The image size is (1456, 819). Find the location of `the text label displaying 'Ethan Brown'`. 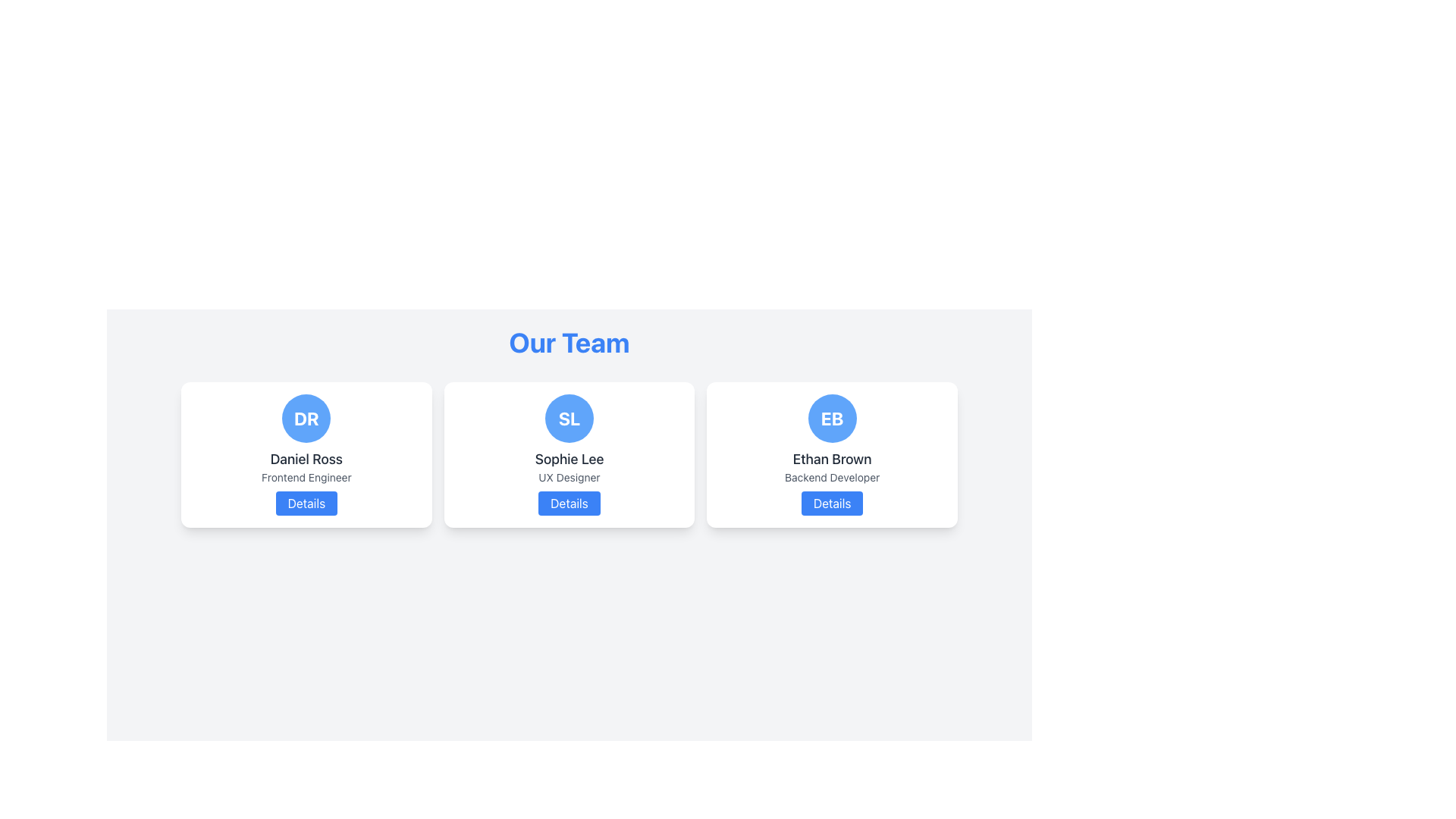

the text label displaying 'Ethan Brown' is located at coordinates (831, 458).